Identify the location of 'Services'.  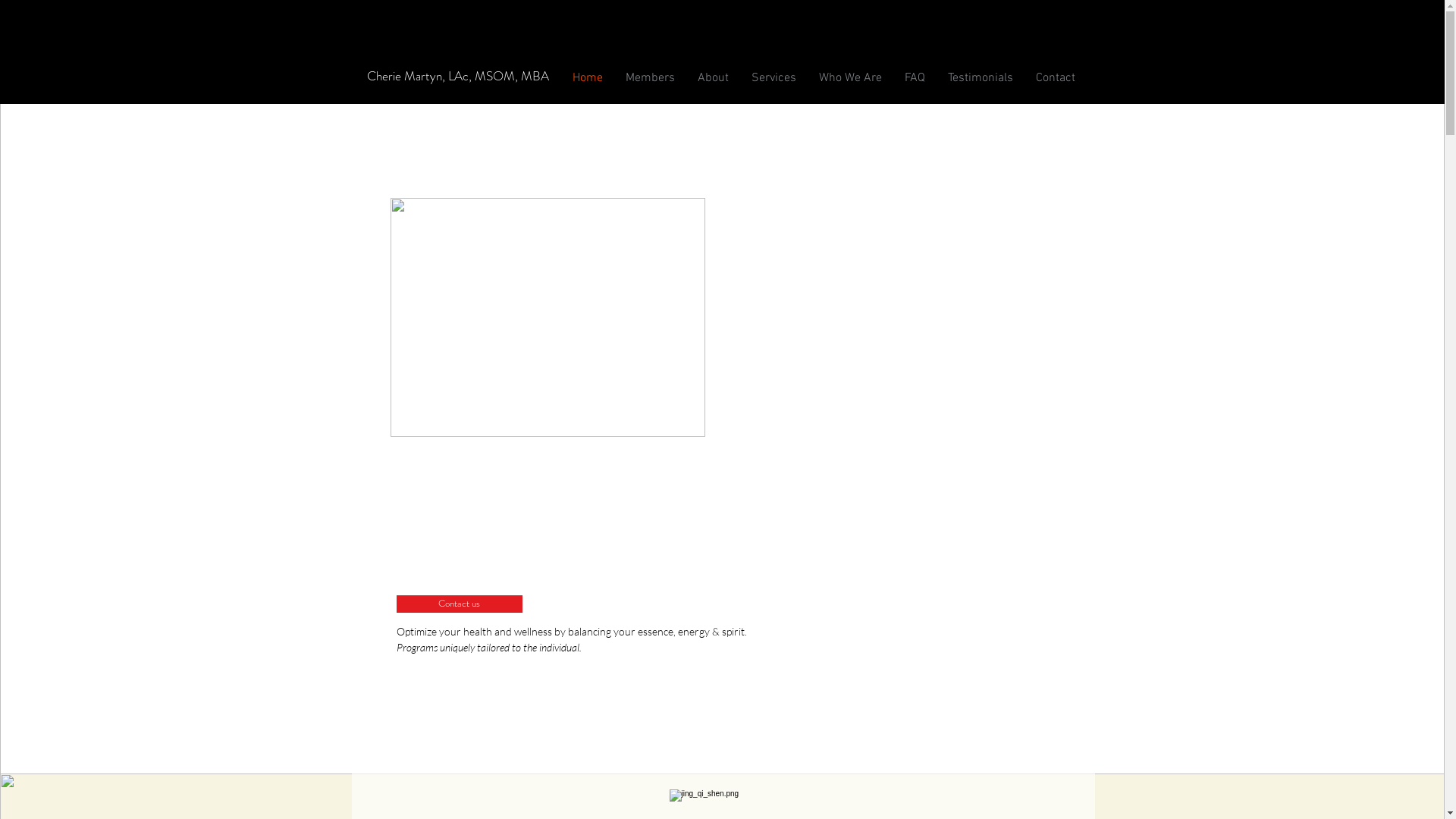
(773, 78).